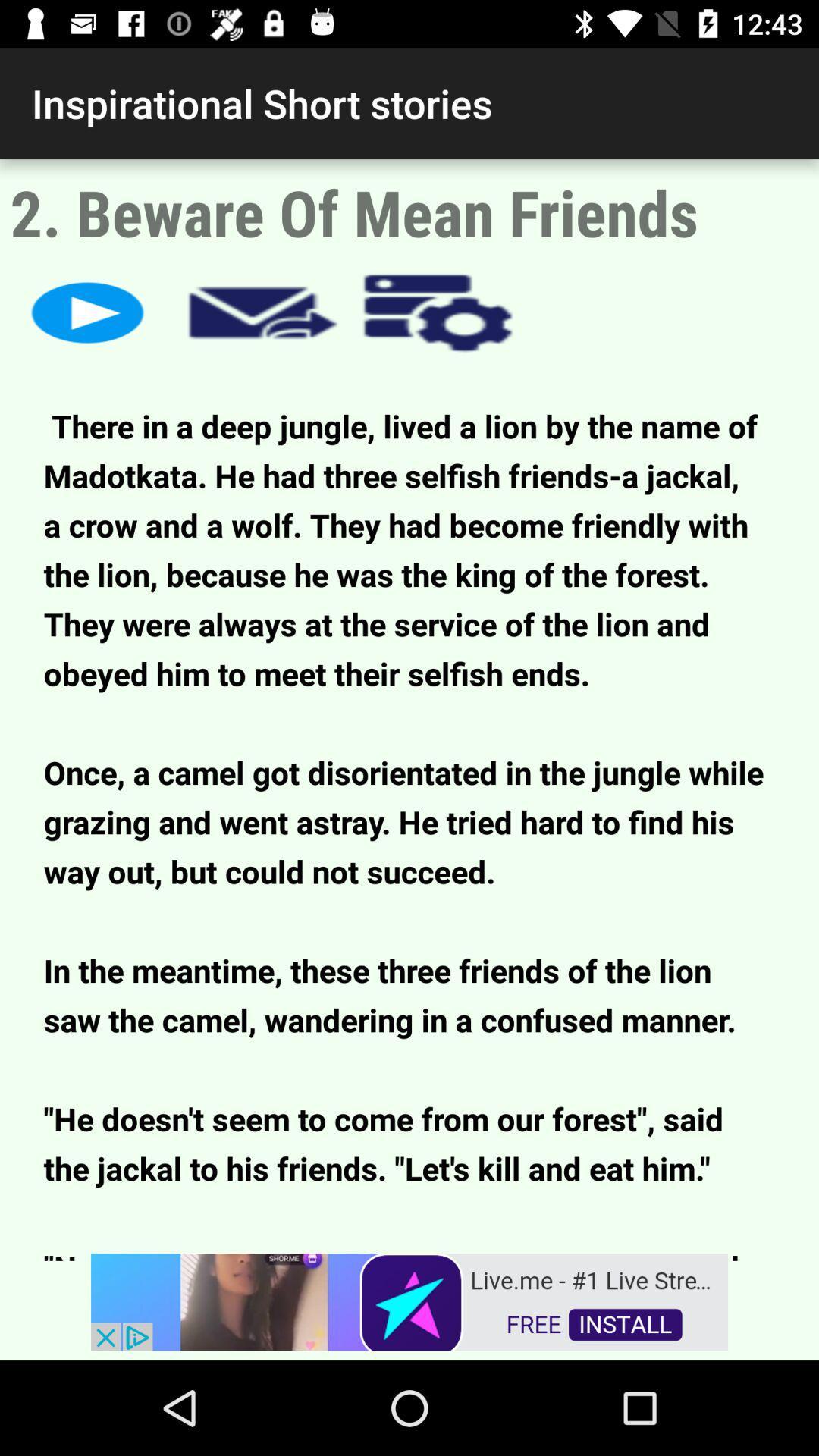  I want to click on message button, so click(262, 312).